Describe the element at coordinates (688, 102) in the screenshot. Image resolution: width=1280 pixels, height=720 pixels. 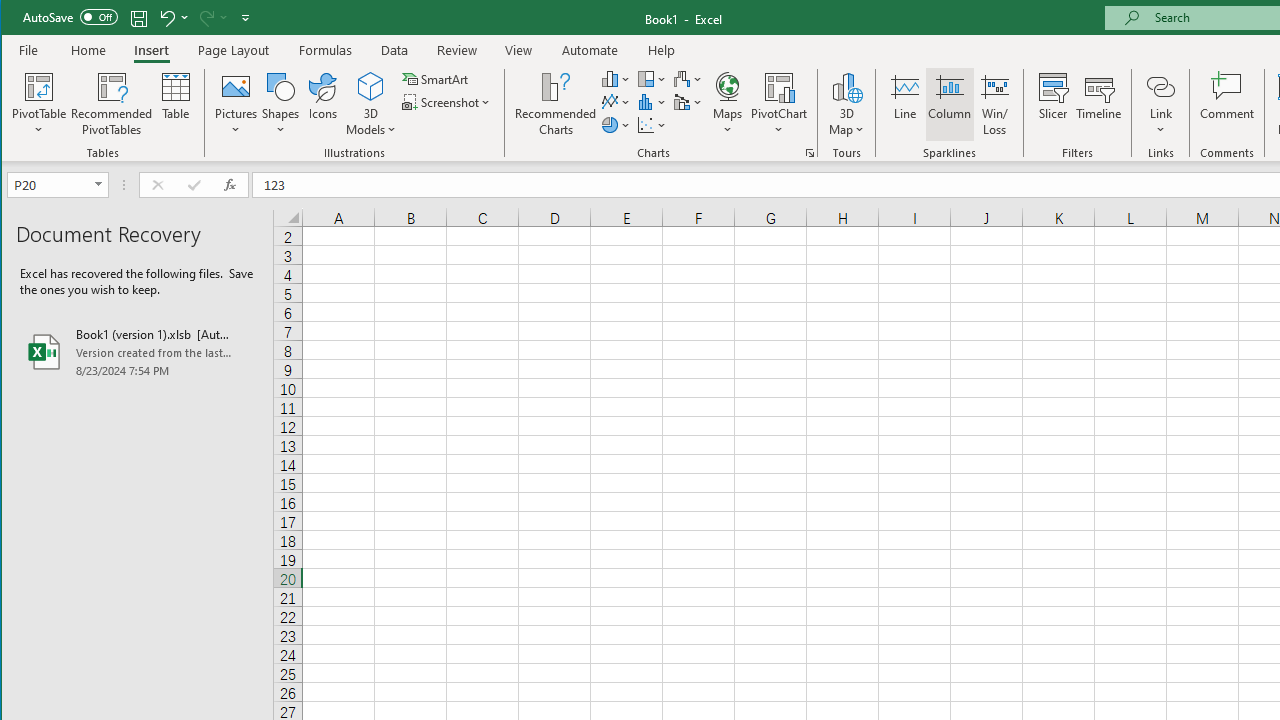
I see `'Insert Combo Chart'` at that location.